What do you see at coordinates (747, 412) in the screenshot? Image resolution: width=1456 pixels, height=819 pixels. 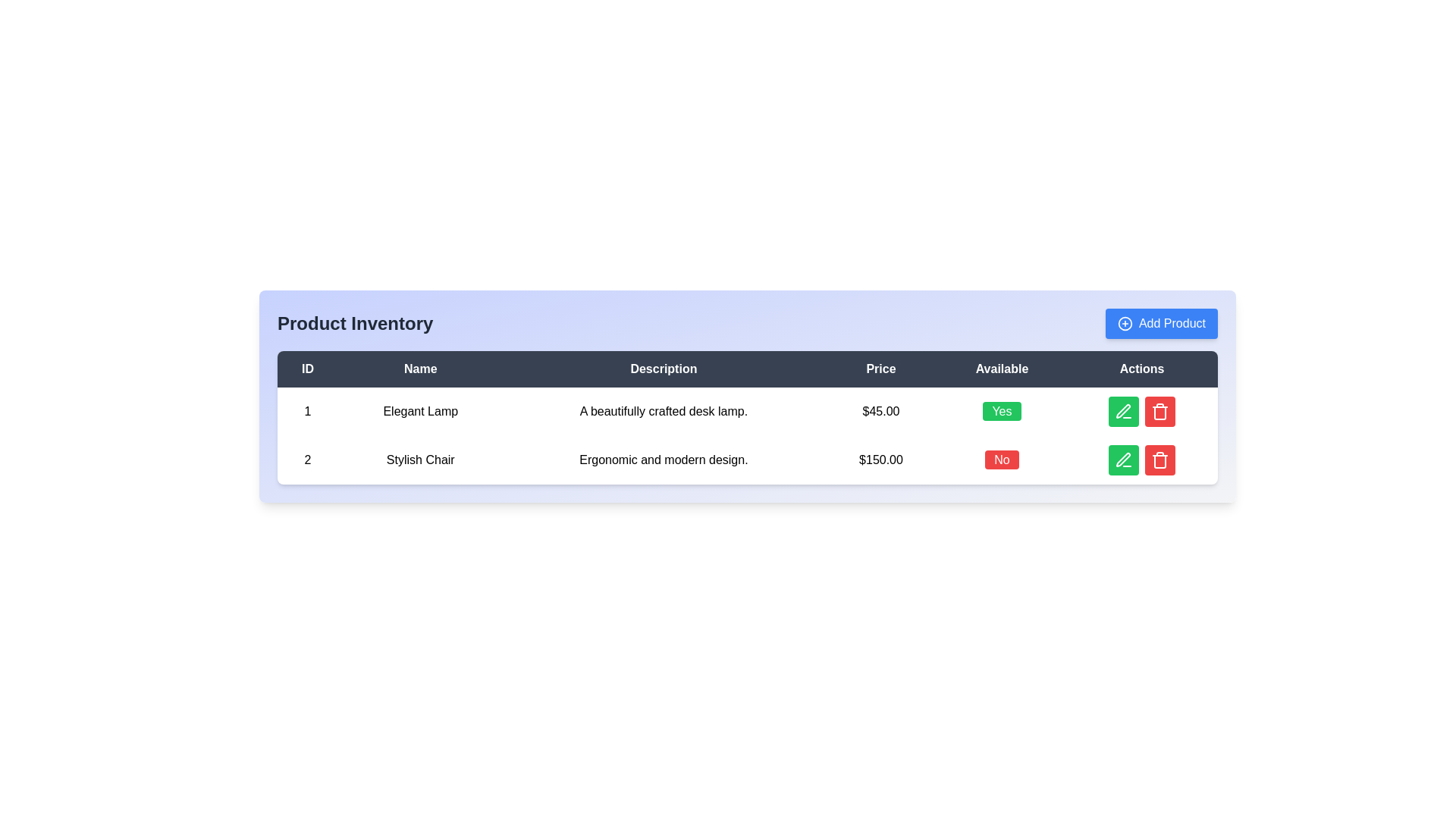 I see `the first row of the product inventory table` at bounding box center [747, 412].